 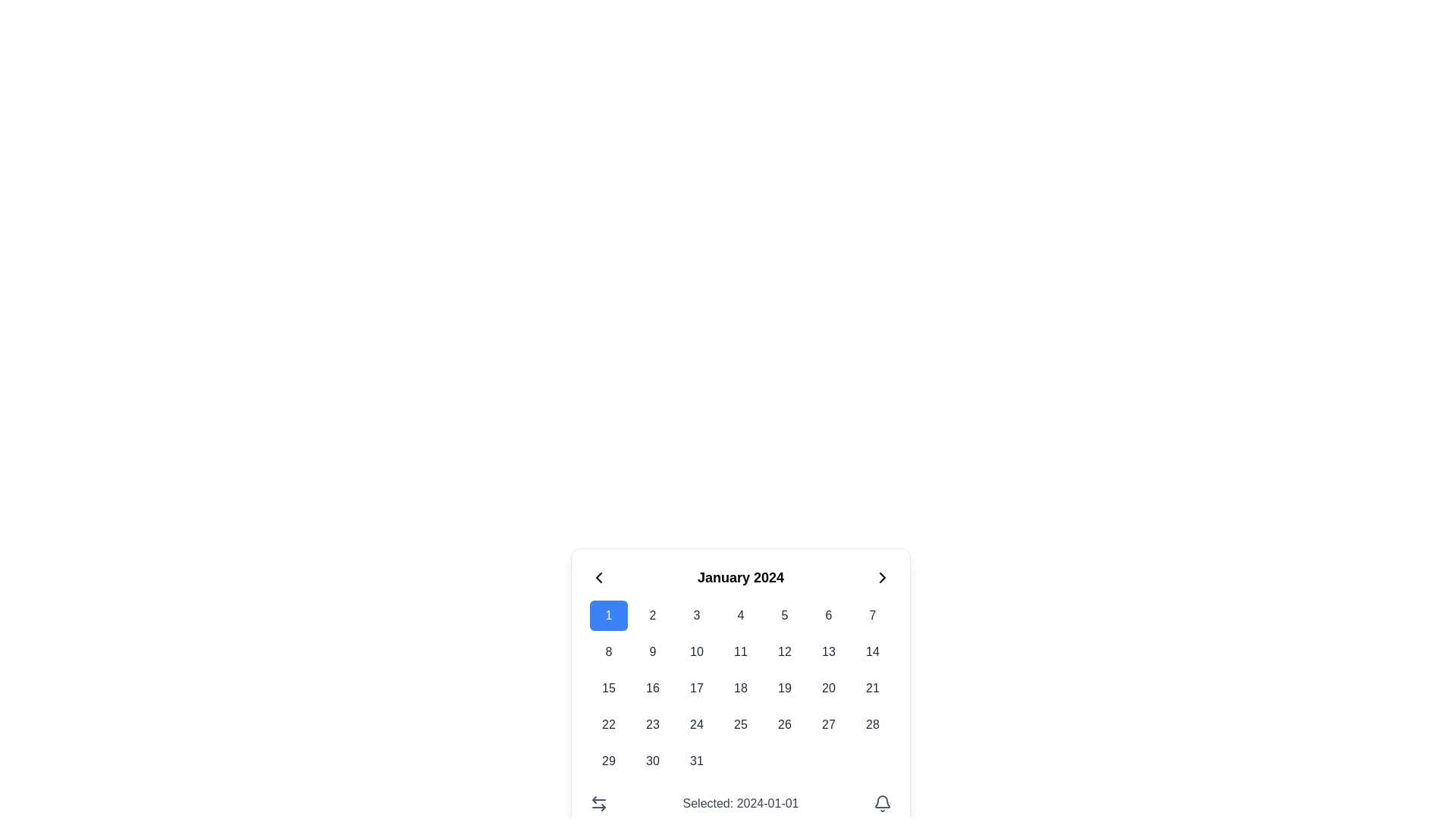 What do you see at coordinates (828, 724) in the screenshot?
I see `the text label displaying the number '27' in the calendar UI for January 2024` at bounding box center [828, 724].